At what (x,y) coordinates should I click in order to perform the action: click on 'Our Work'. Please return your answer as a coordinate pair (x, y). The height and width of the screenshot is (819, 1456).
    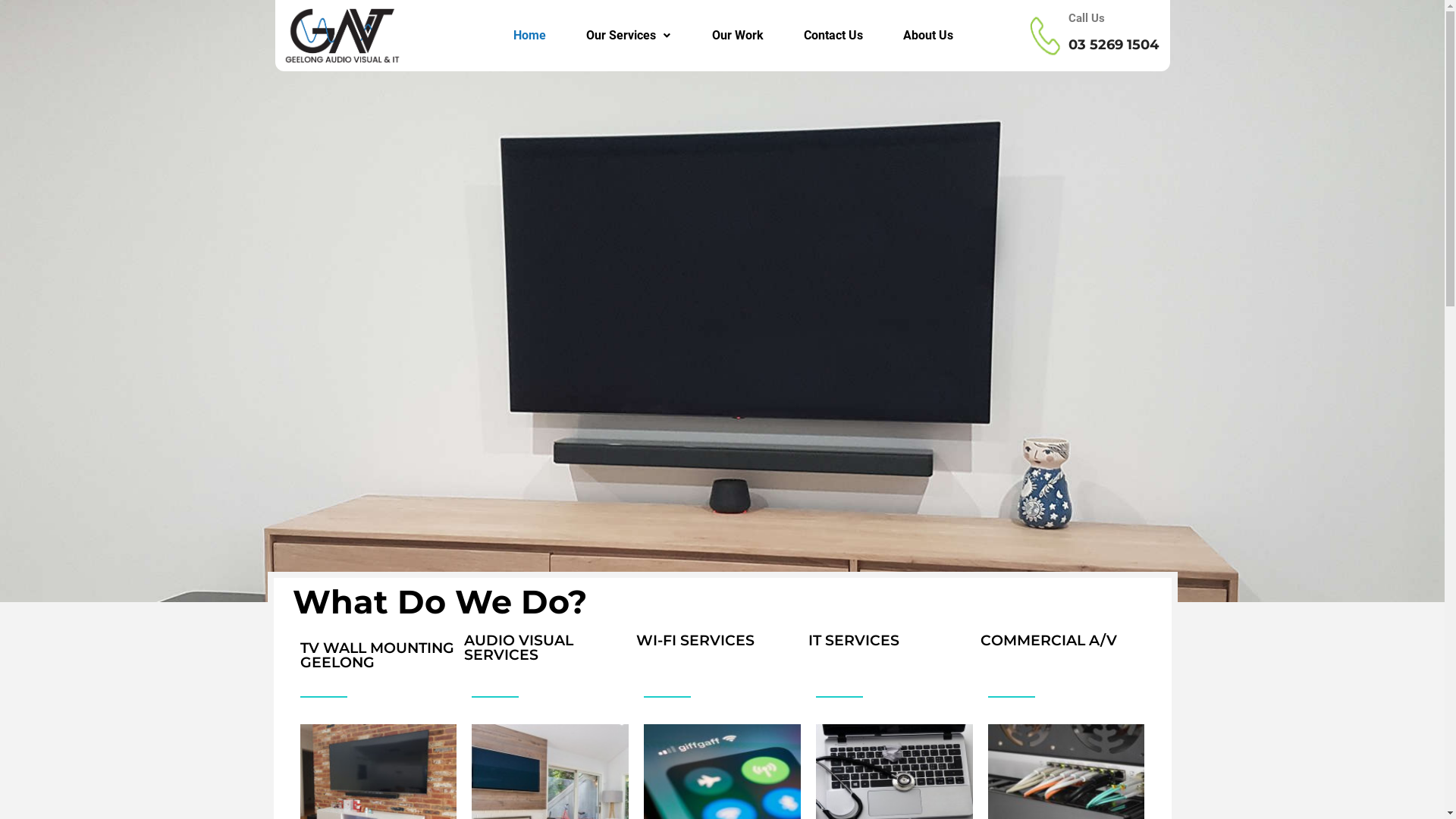
    Looking at the image, I should click on (738, 34).